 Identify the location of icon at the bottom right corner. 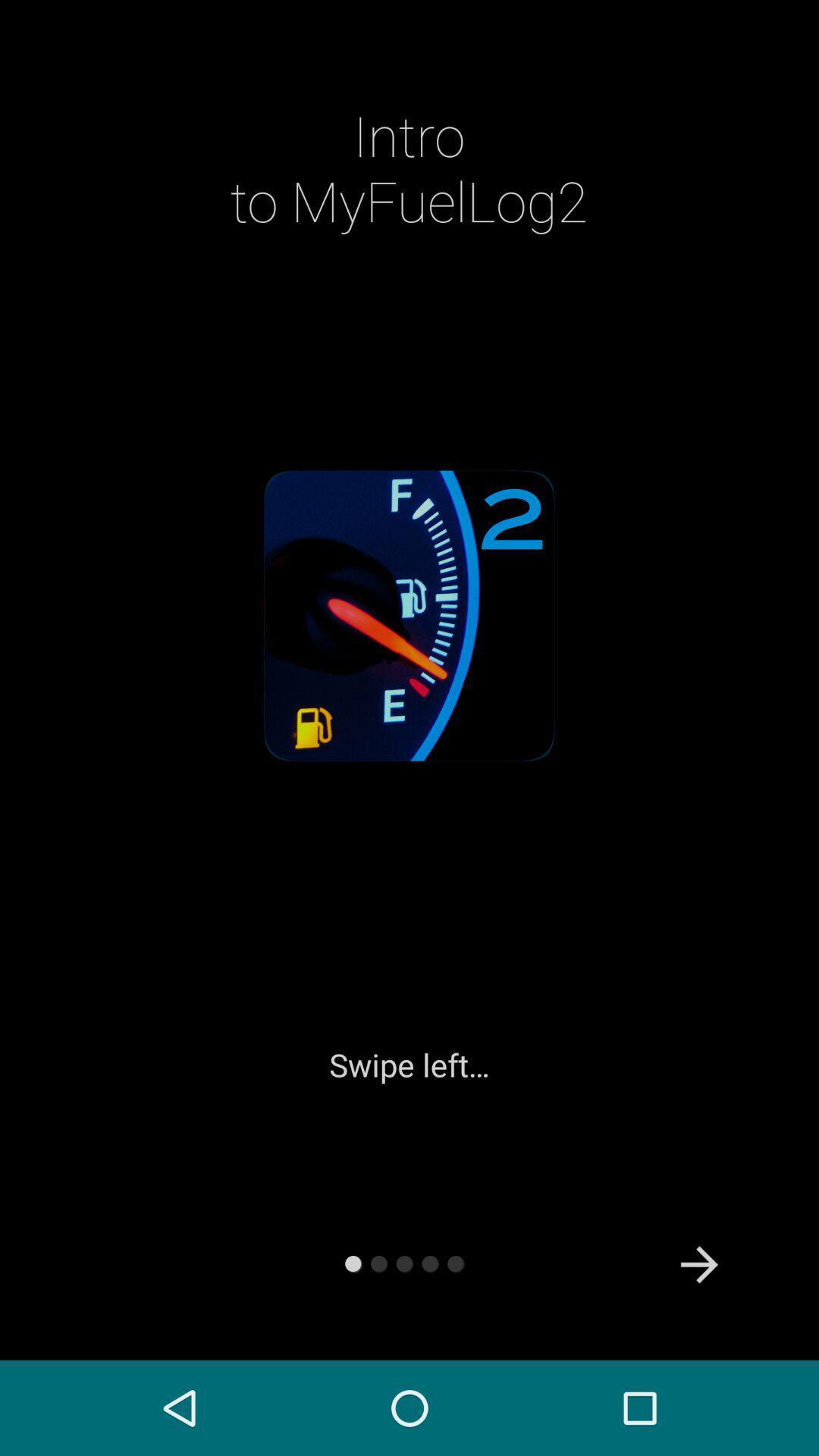
(699, 1265).